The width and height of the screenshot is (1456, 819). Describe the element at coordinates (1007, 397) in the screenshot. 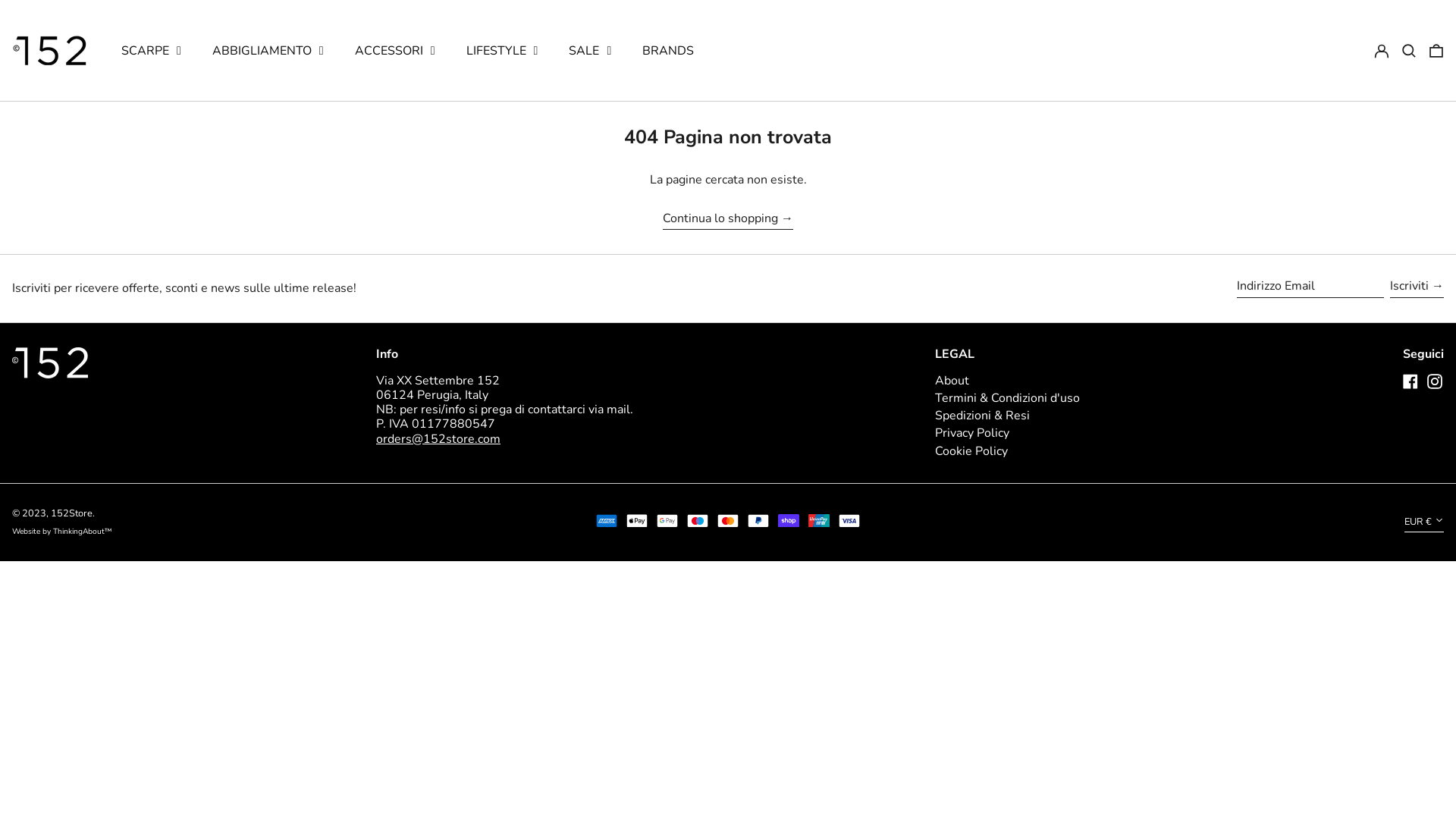

I see `'Termini & Condizioni d'uso'` at that location.